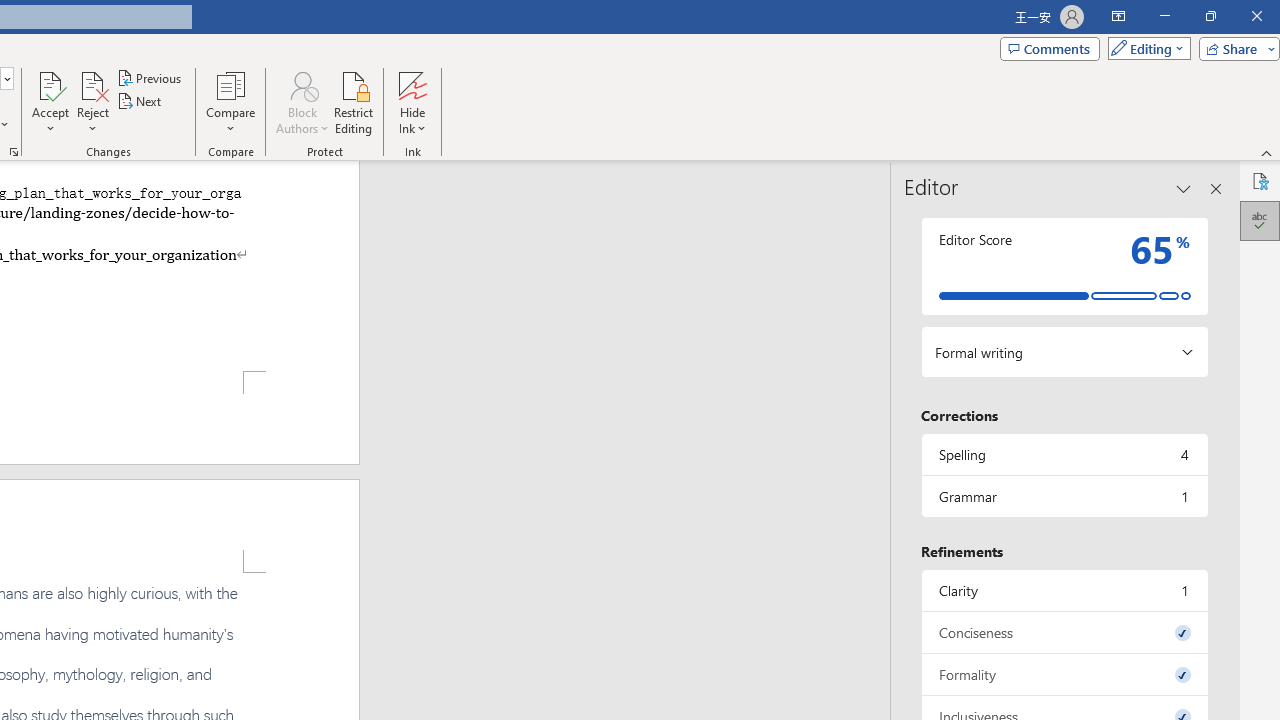 Image resolution: width=1280 pixels, height=720 pixels. Describe the element at coordinates (1063, 632) in the screenshot. I see `'Conciseness, 0 issues. Press space or enter to review items.'` at that location.